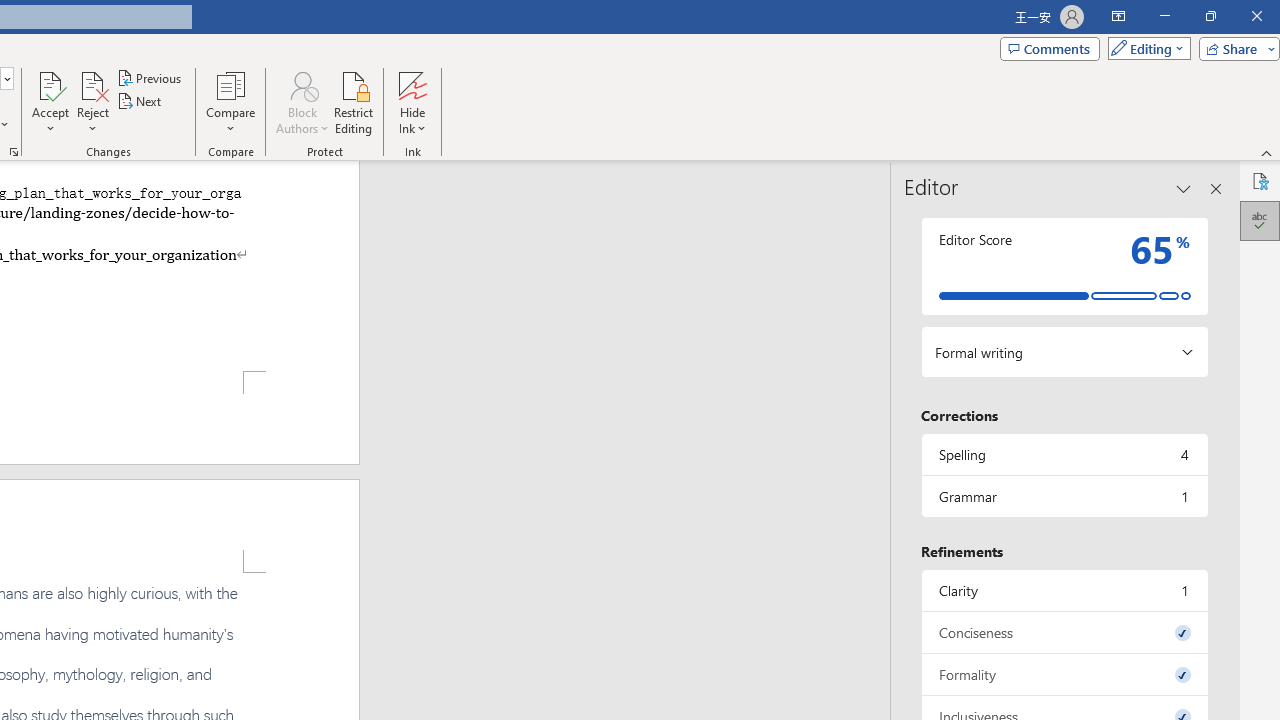 Image resolution: width=1280 pixels, height=720 pixels. Describe the element at coordinates (1063, 632) in the screenshot. I see `'Conciseness, 0 issues. Press space or enter to review items.'` at that location.